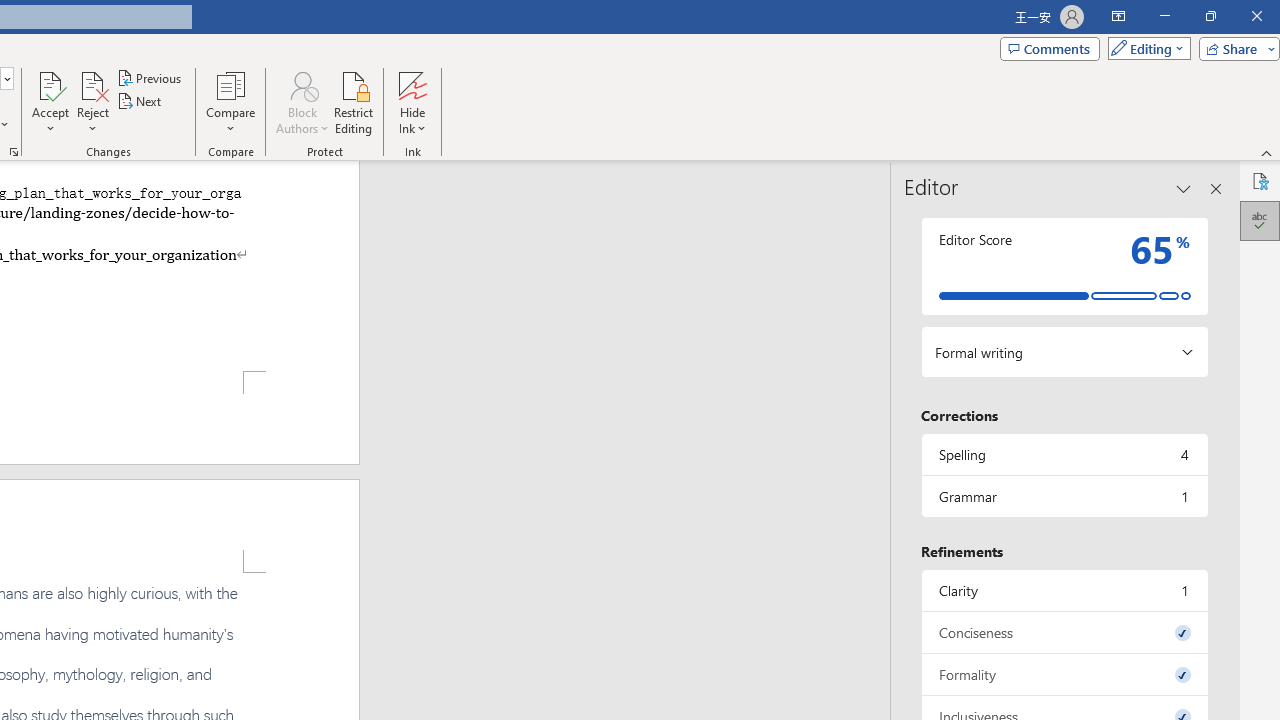 Image resolution: width=1280 pixels, height=720 pixels. Describe the element at coordinates (1063, 632) in the screenshot. I see `'Conciseness, 0 issues. Press space or enter to review items.'` at that location.